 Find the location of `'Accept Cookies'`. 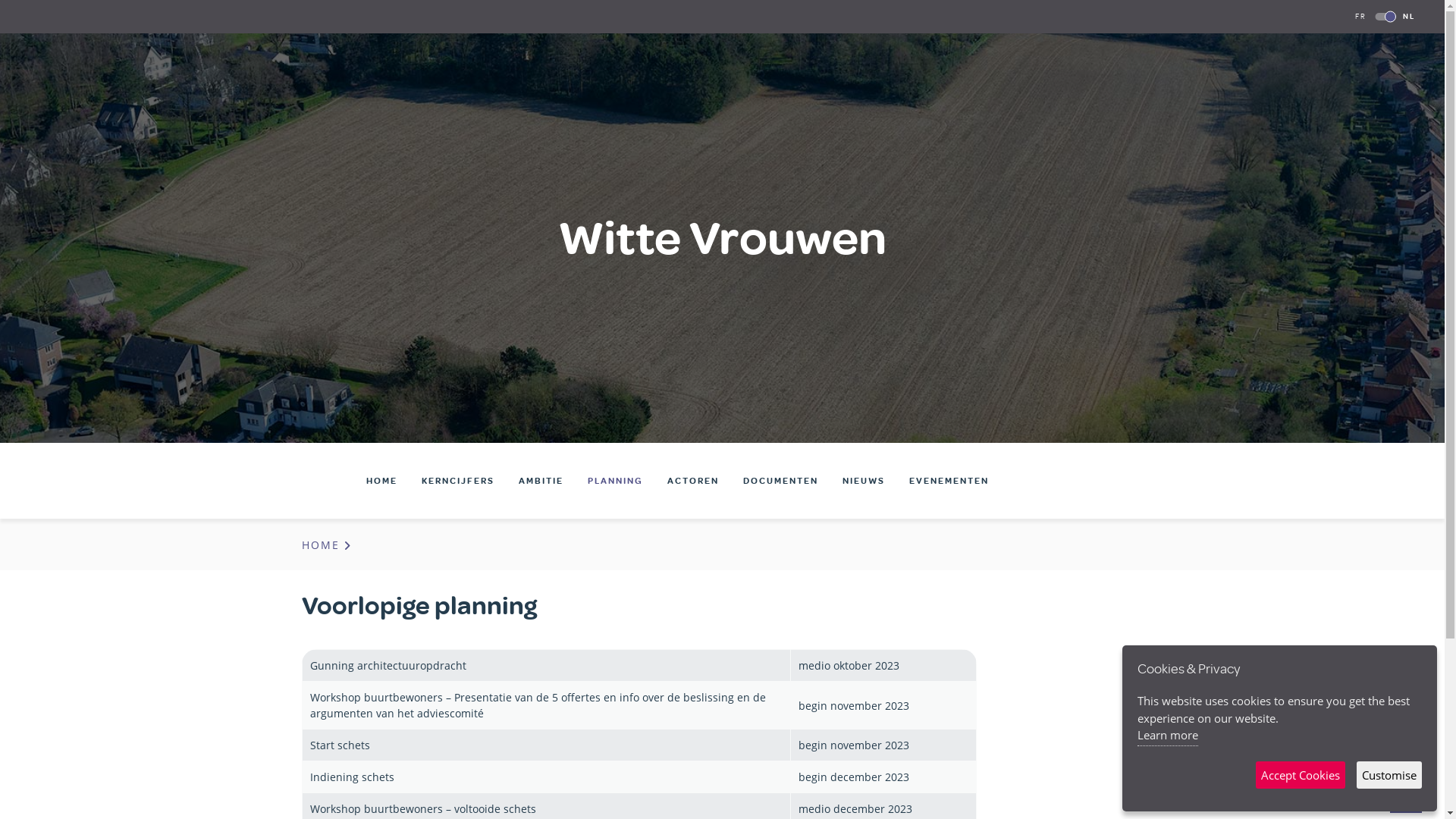

'Accept Cookies' is located at coordinates (1299, 775).